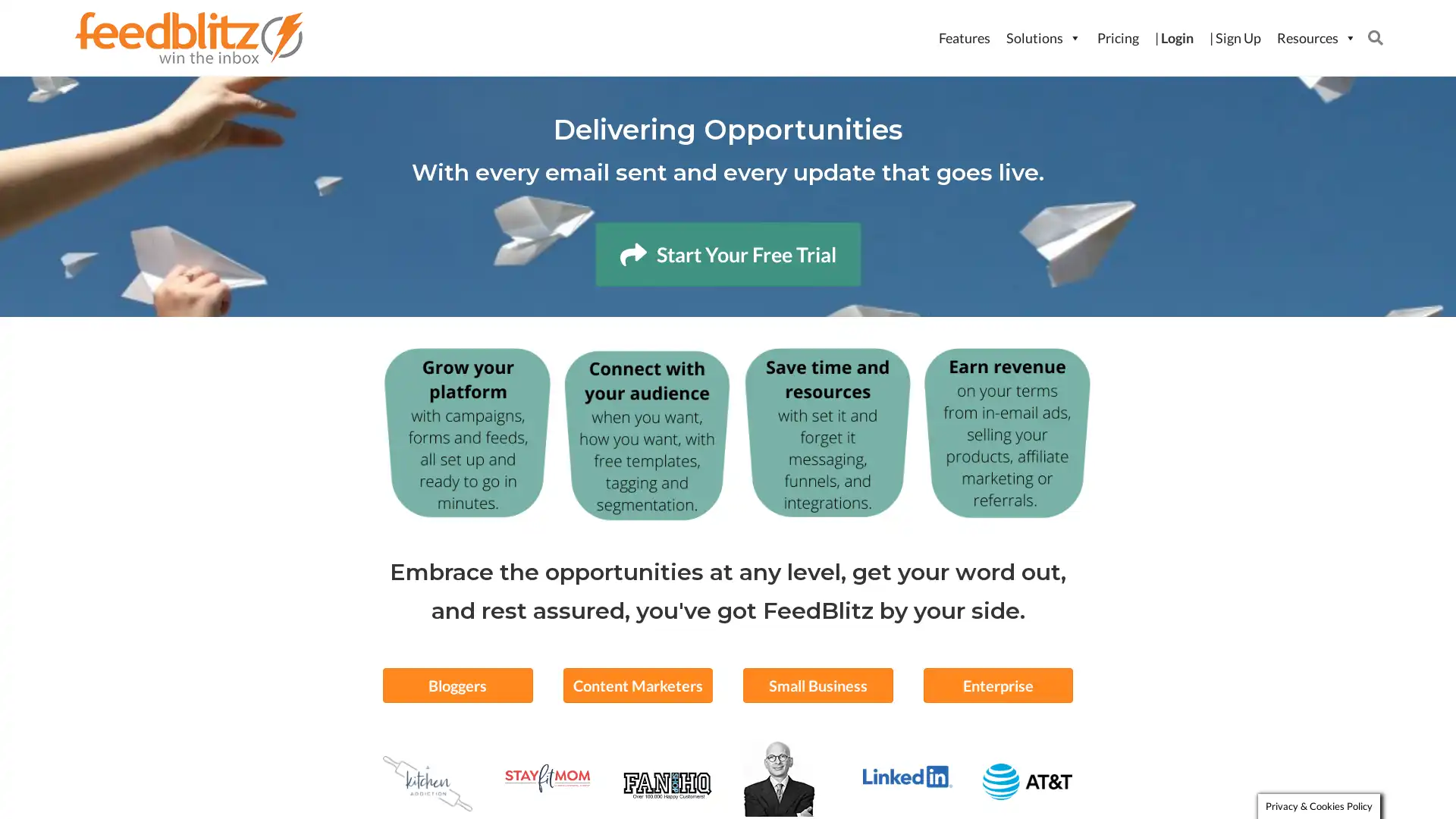  Describe the element at coordinates (726, 253) in the screenshot. I see `Start Your Free Trial` at that location.